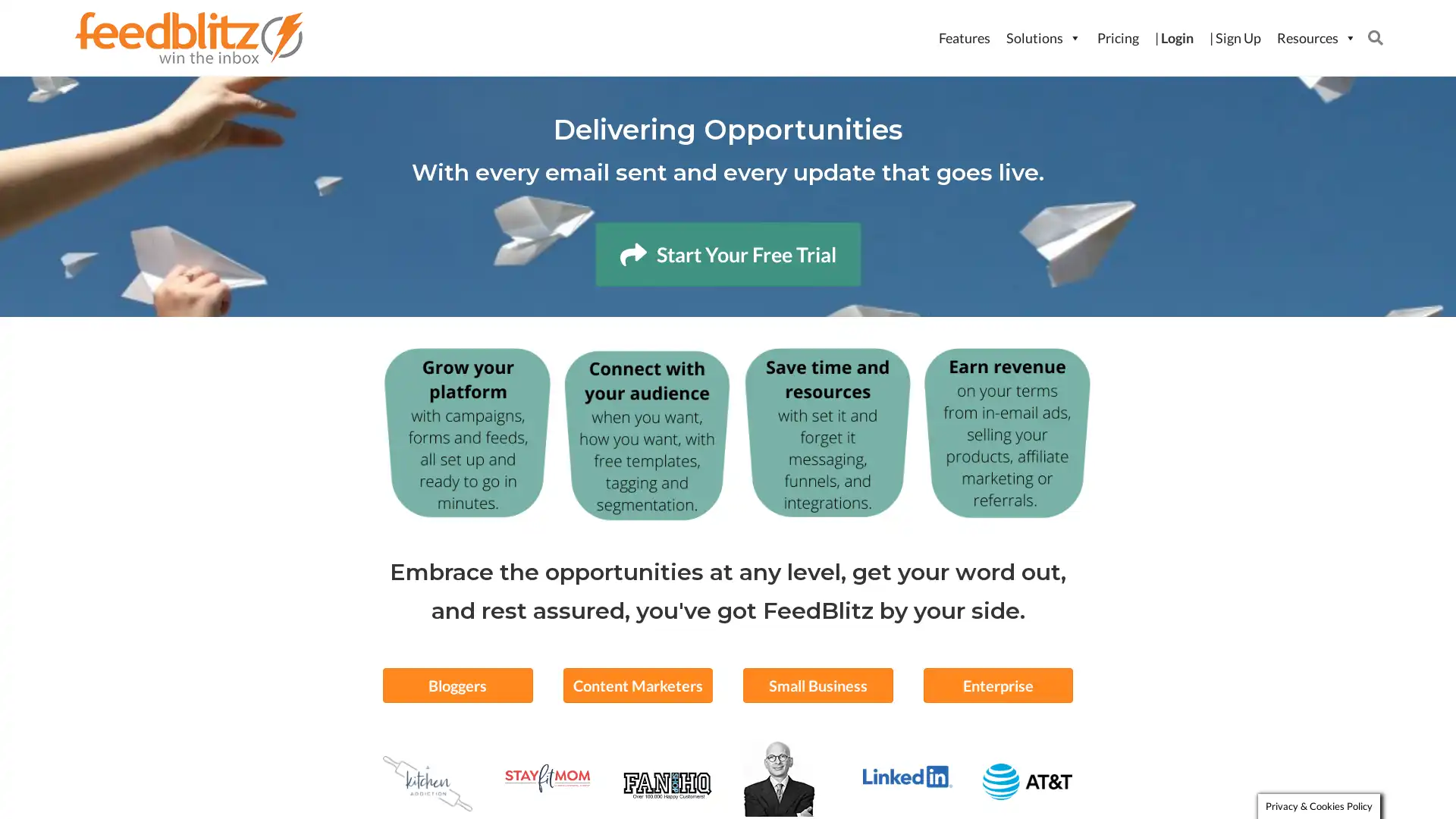  Describe the element at coordinates (726, 253) in the screenshot. I see `Start Your Free Trial` at that location.